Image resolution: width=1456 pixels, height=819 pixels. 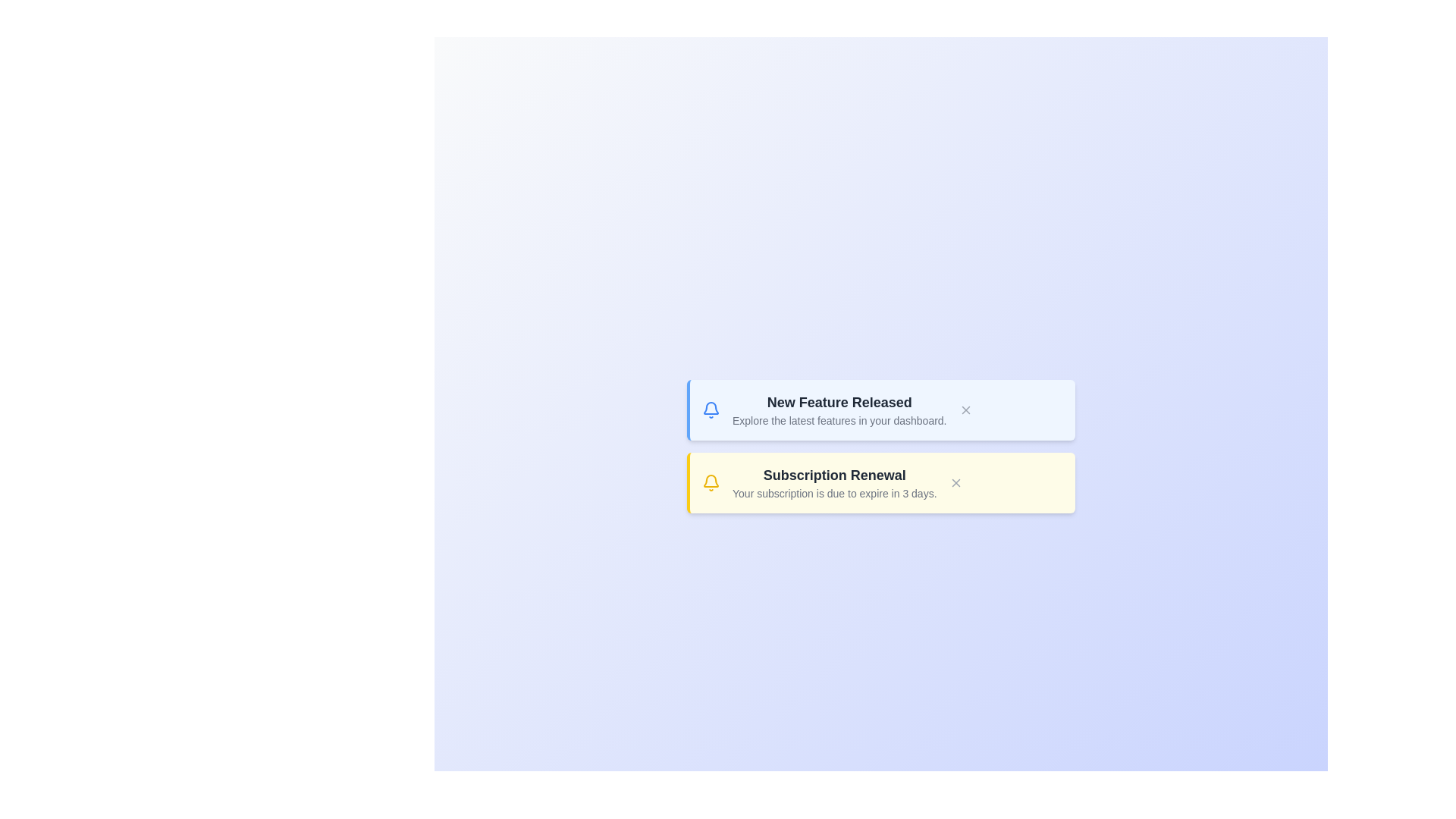 What do you see at coordinates (964, 409) in the screenshot?
I see `the 'X' button of the first notification to remove it` at bounding box center [964, 409].